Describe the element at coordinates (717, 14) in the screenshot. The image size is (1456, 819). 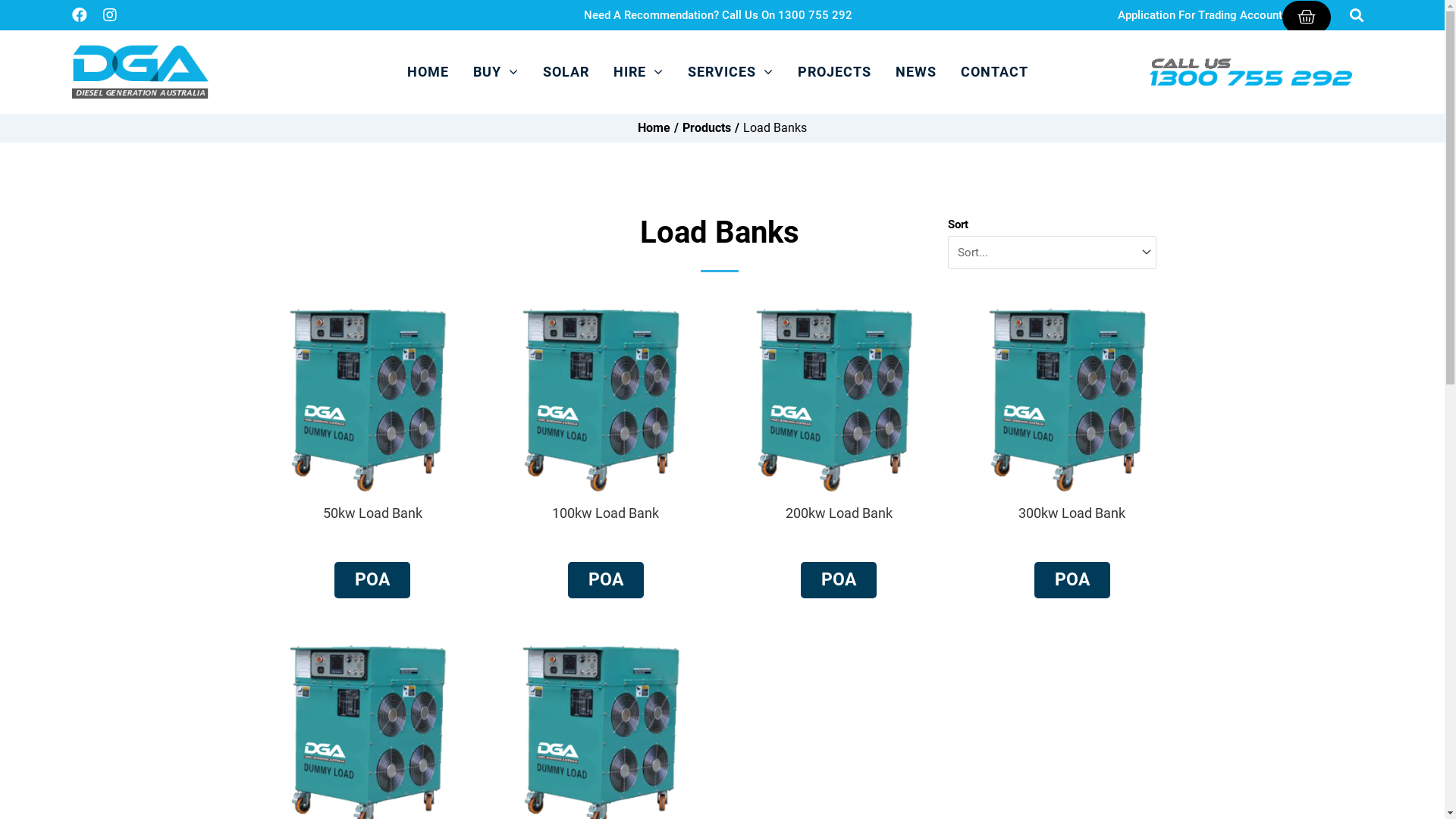
I see `'Need A Recommendation? Call Us On 1300 755 292'` at that location.